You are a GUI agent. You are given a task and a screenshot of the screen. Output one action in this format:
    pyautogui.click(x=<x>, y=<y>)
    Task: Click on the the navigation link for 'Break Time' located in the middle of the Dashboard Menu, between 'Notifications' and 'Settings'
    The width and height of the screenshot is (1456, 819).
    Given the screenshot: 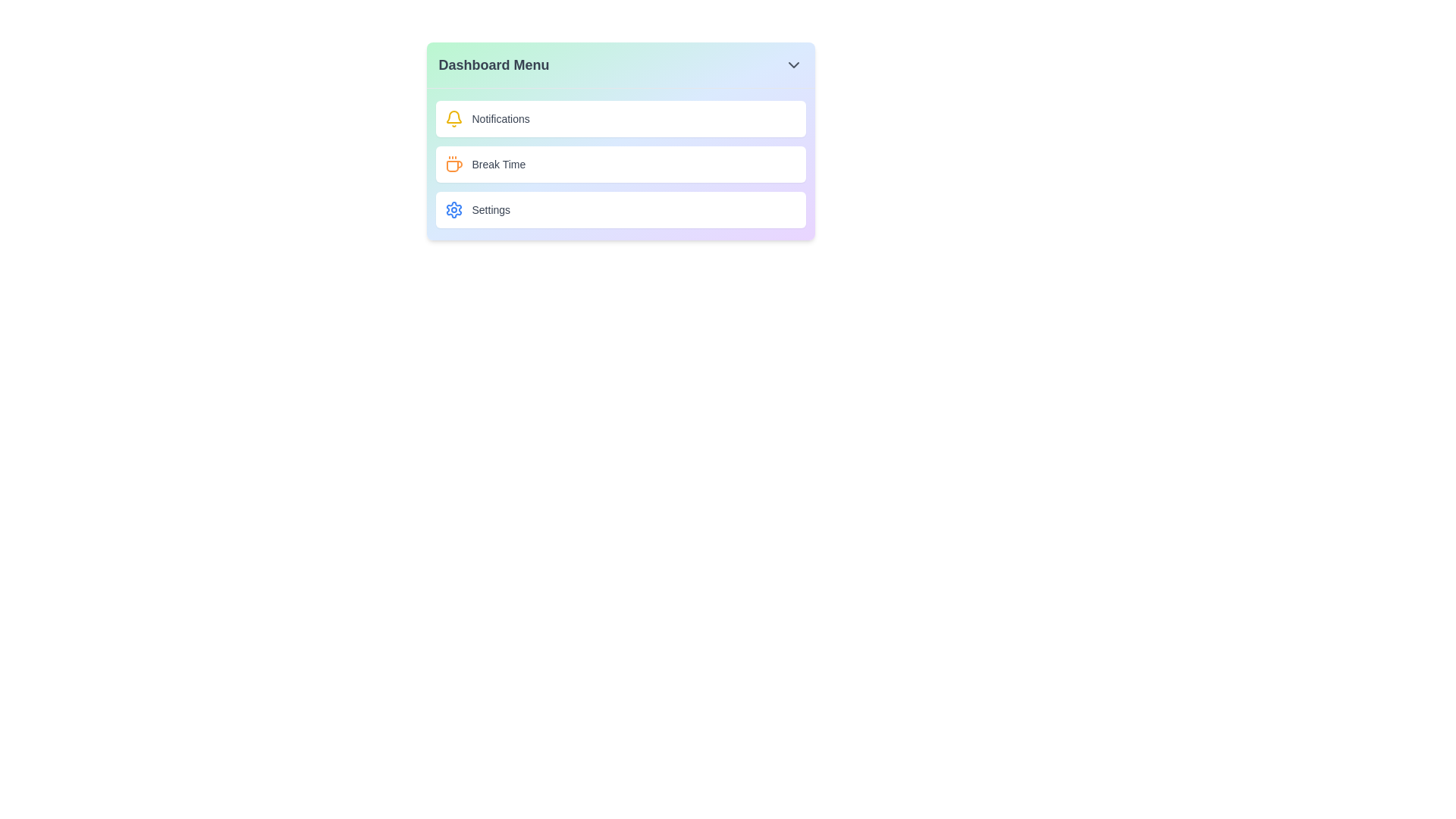 What is the action you would take?
    pyautogui.click(x=620, y=164)
    